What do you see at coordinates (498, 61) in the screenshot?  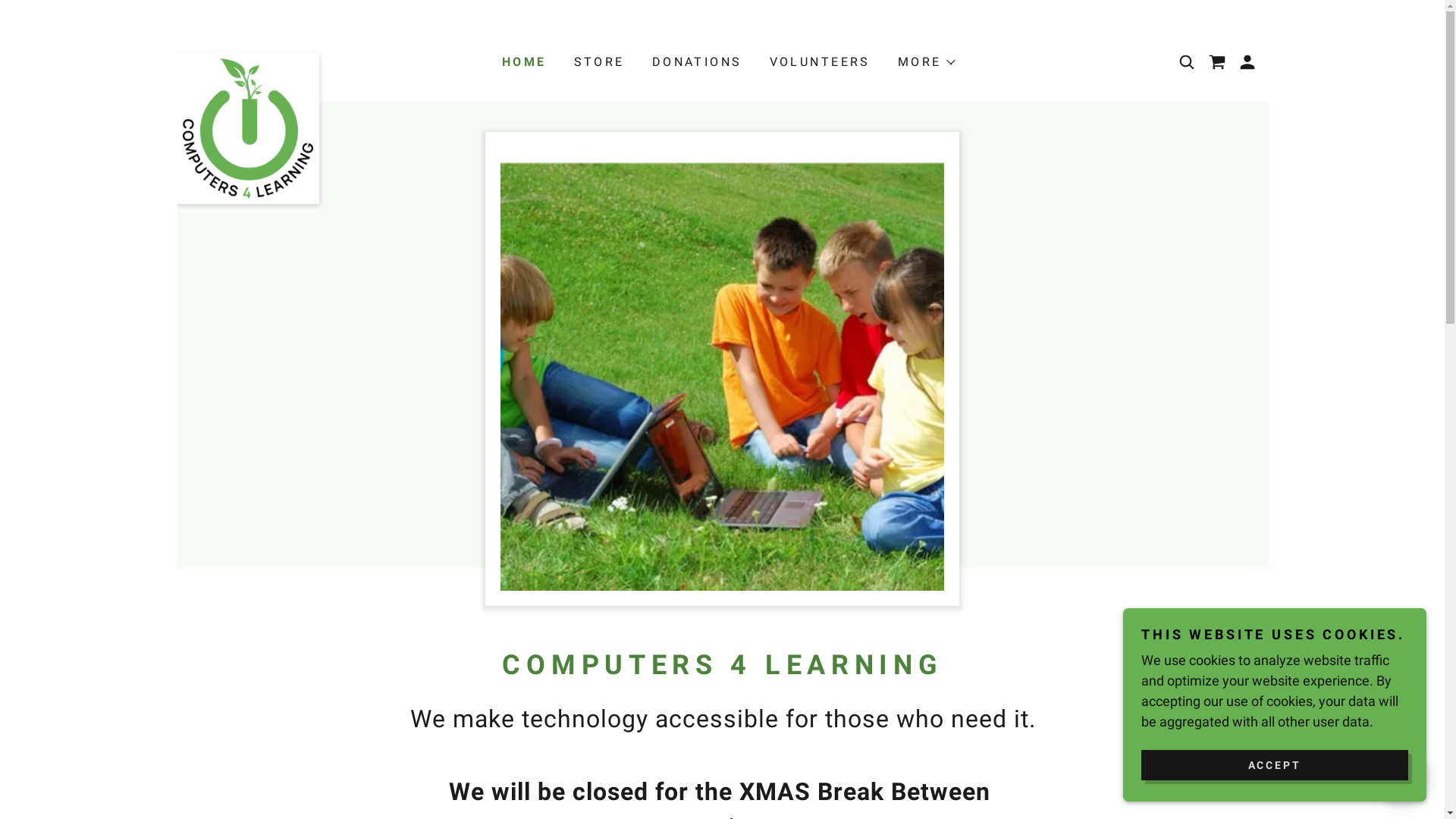 I see `'HOME'` at bounding box center [498, 61].